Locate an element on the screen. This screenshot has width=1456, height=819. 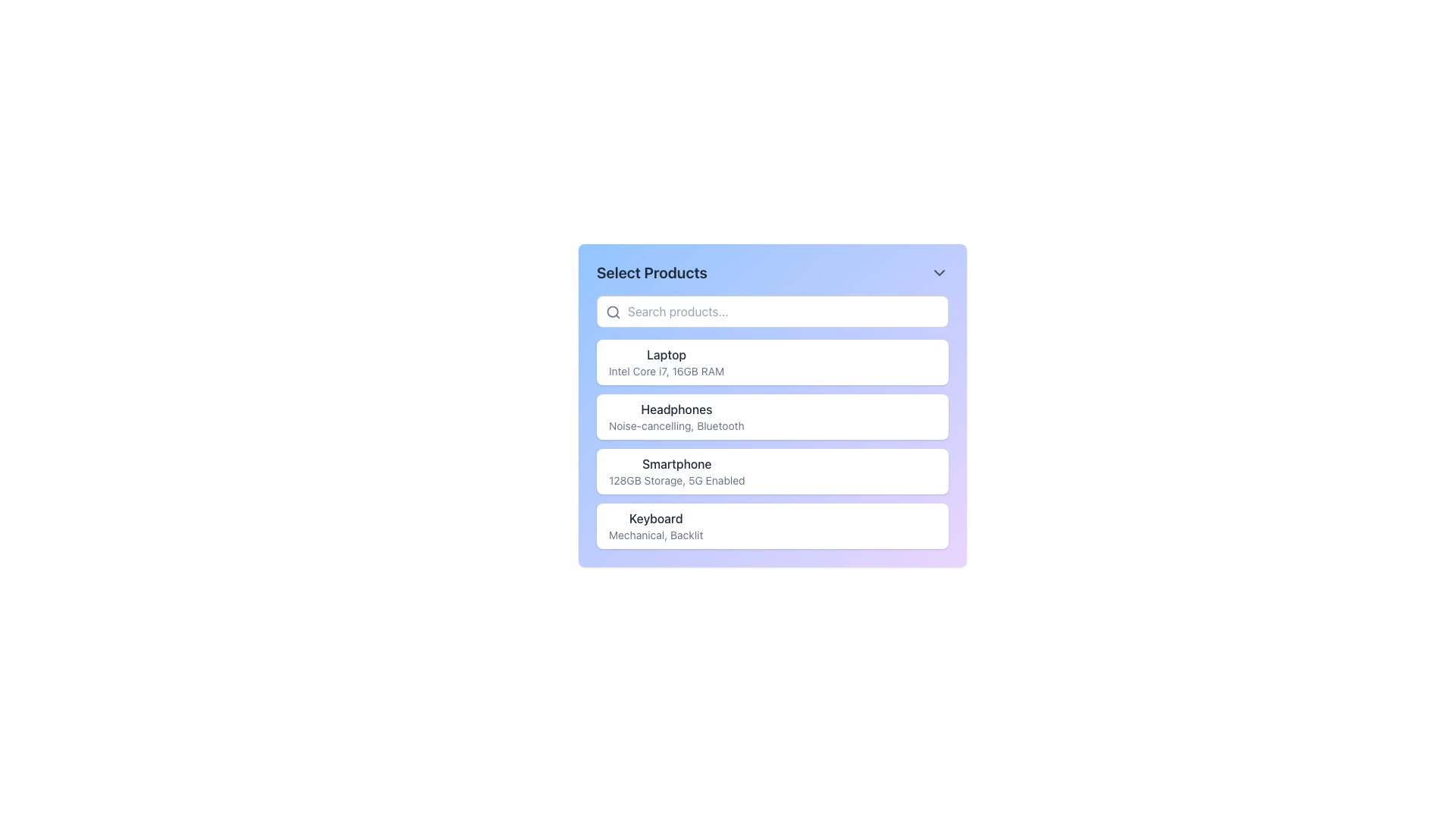
the text element displaying the title 'Laptop' and description 'Intel Core i7, 16GB RAM' is located at coordinates (666, 362).